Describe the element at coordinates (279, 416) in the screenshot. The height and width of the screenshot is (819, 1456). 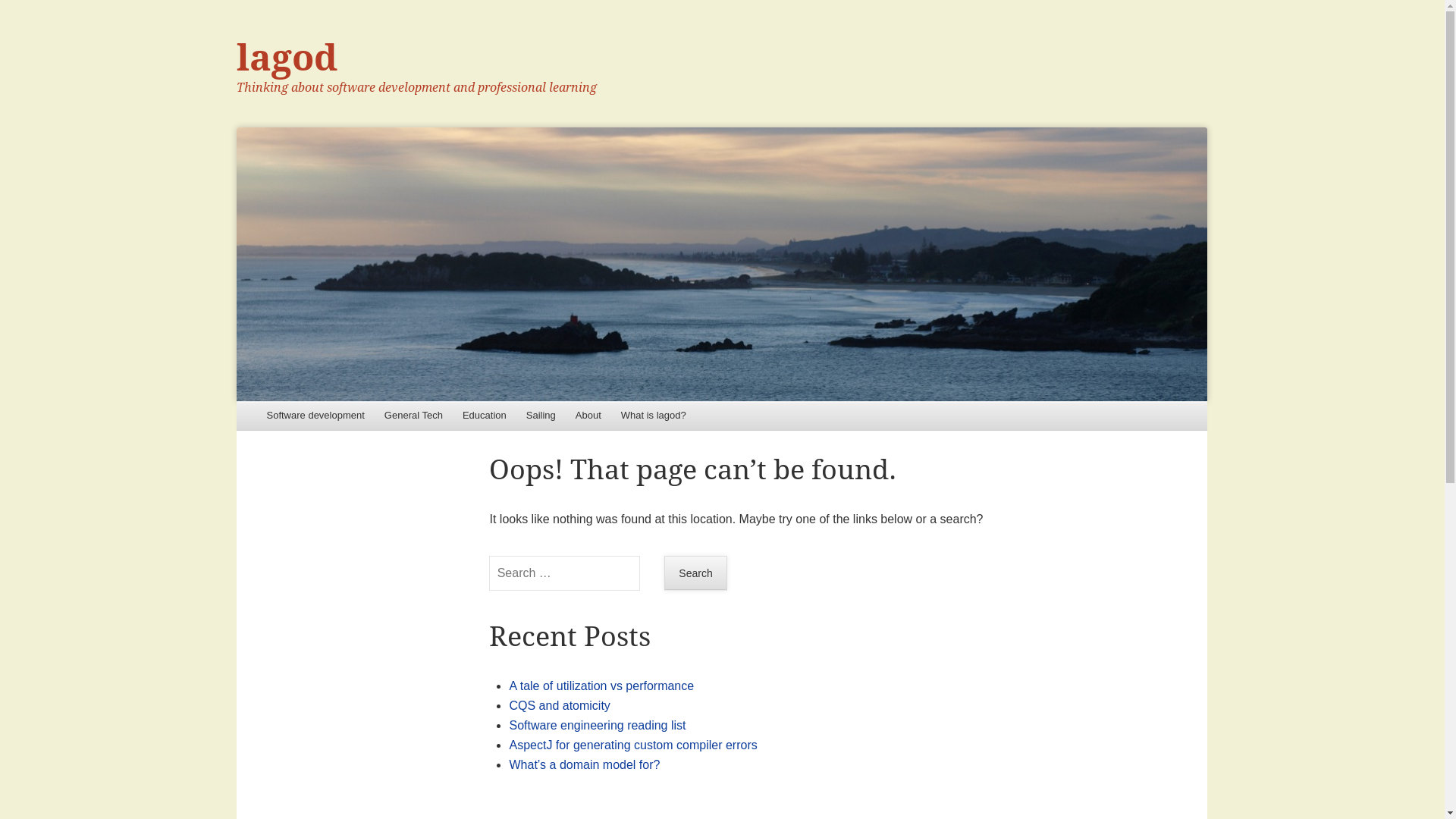
I see `'Skip to content'` at that location.